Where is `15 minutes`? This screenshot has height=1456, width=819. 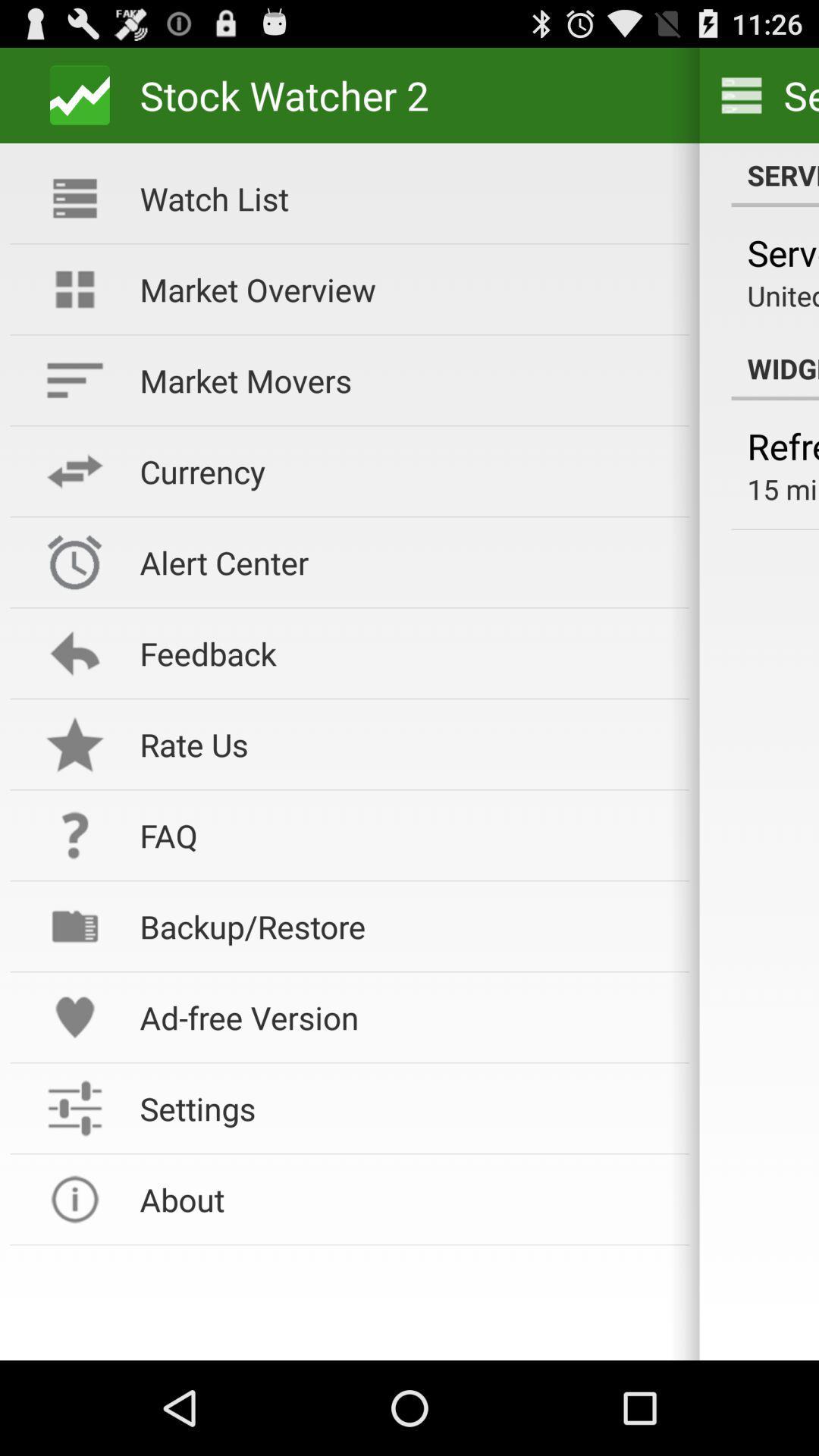 15 minutes is located at coordinates (783, 488).